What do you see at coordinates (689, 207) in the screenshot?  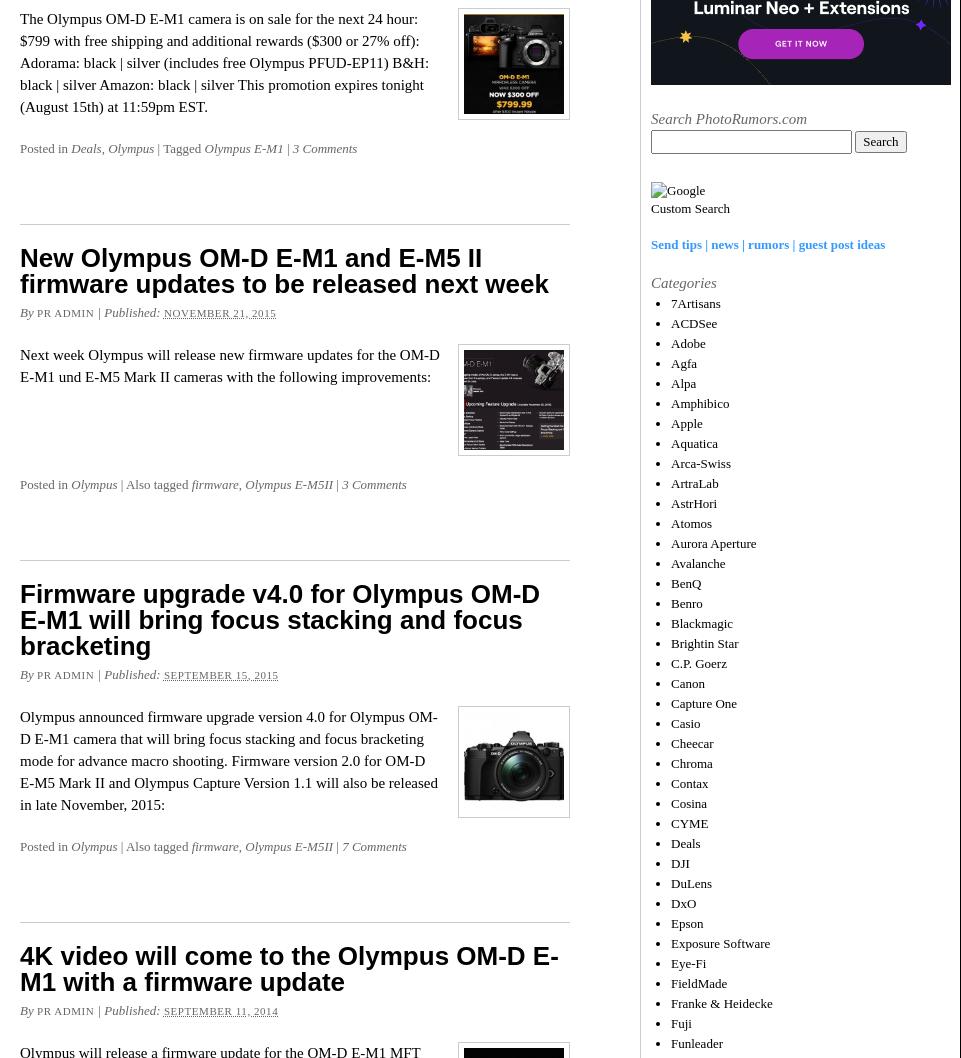 I see `'Custom Search'` at bounding box center [689, 207].